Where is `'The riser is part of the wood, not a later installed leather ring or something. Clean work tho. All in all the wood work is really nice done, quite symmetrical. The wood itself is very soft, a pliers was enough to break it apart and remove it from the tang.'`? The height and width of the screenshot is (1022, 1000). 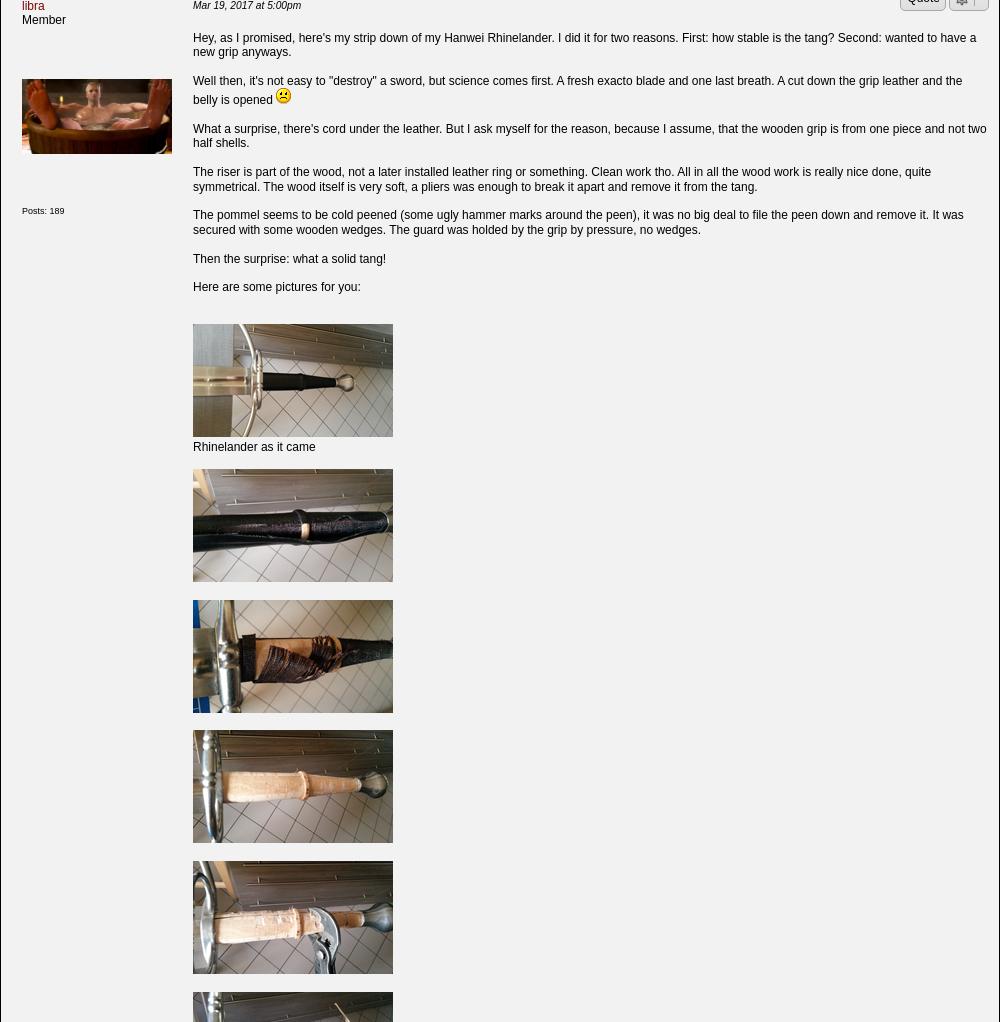
'The riser is part of the wood, not a later installed leather ring or something. Clean work tho. All in all the wood work is really nice done, quite symmetrical. The wood itself is very soft, a pliers was enough to break it apart and remove it from the tang.' is located at coordinates (562, 177).